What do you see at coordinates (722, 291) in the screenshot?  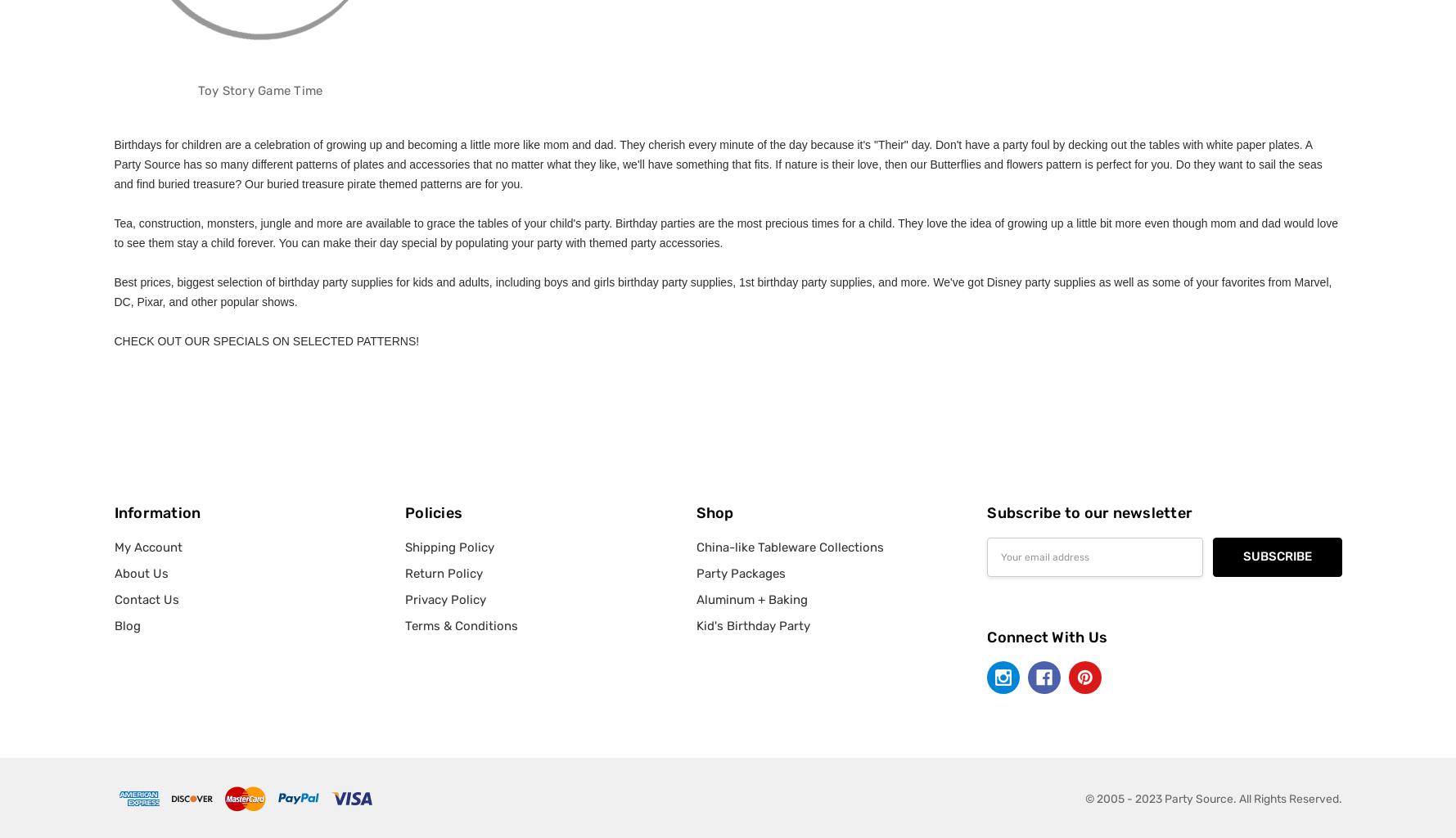 I see `'Best prices, biggest selection of birthday party supplies for kids and adults, including boys and girls birthday party supplies, 1st birthday party supplies, and more. We've got Disney party supplies as well as some of your favorites from Marvel, DC, Pixar, and other popular shows.'` at bounding box center [722, 291].